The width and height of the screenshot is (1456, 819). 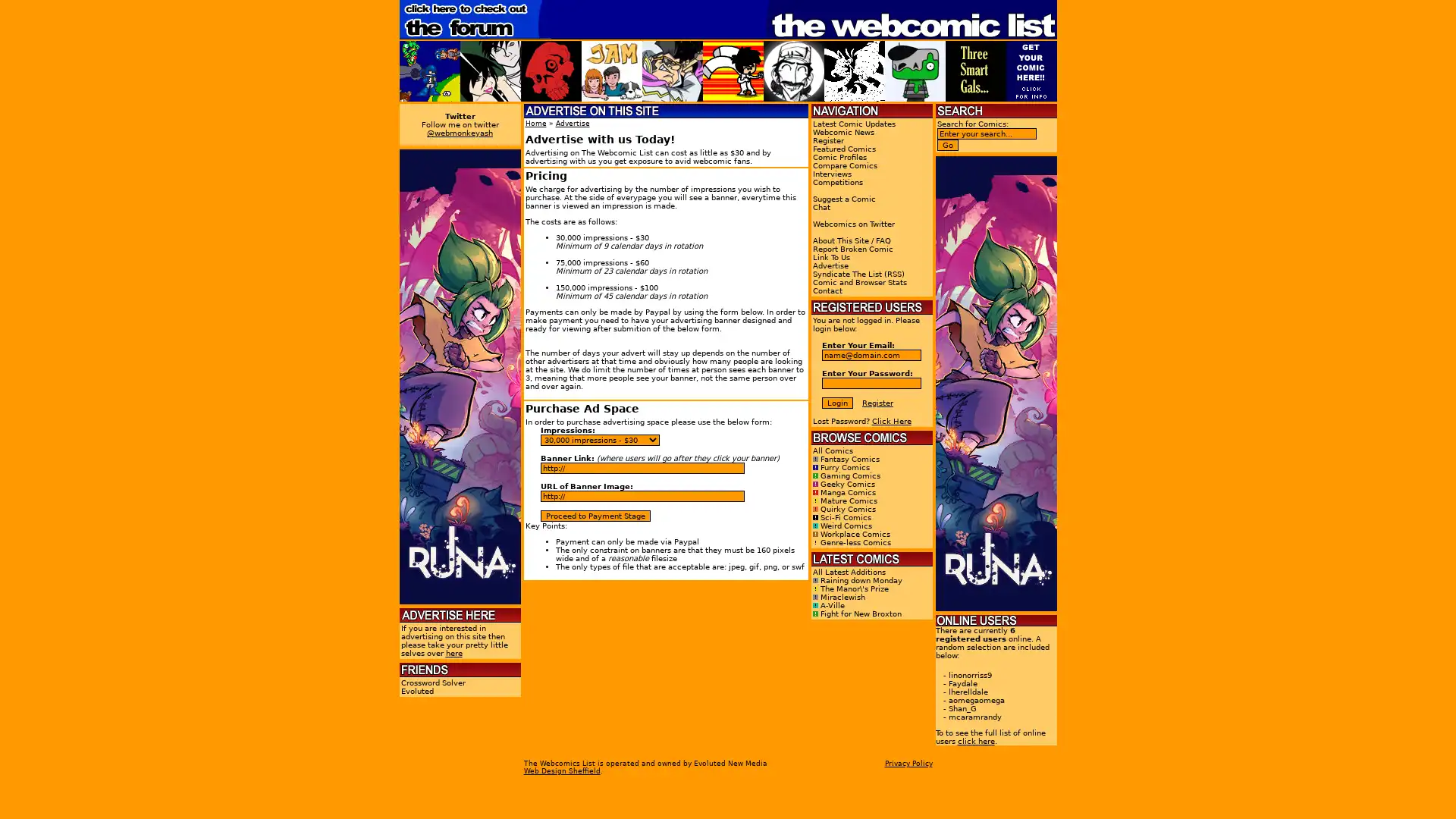 What do you see at coordinates (594, 515) in the screenshot?
I see `Proceed to Payment Stage` at bounding box center [594, 515].